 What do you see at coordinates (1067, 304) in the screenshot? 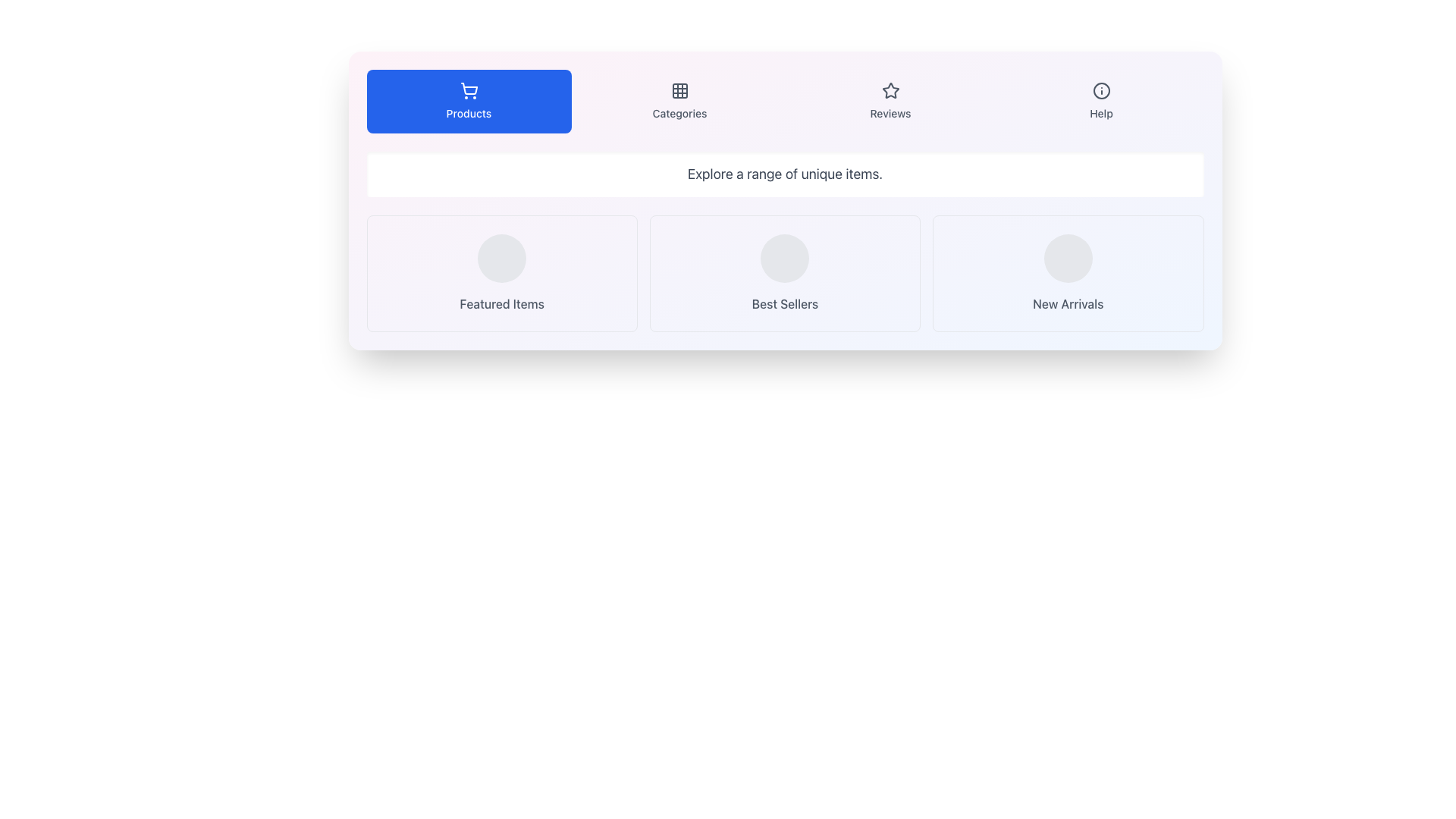
I see `the 'New Arrivals' text label styled in gray color with a medium-weight font, located in the bottom right of a horizontal list of cards, below a circular graphic` at bounding box center [1067, 304].